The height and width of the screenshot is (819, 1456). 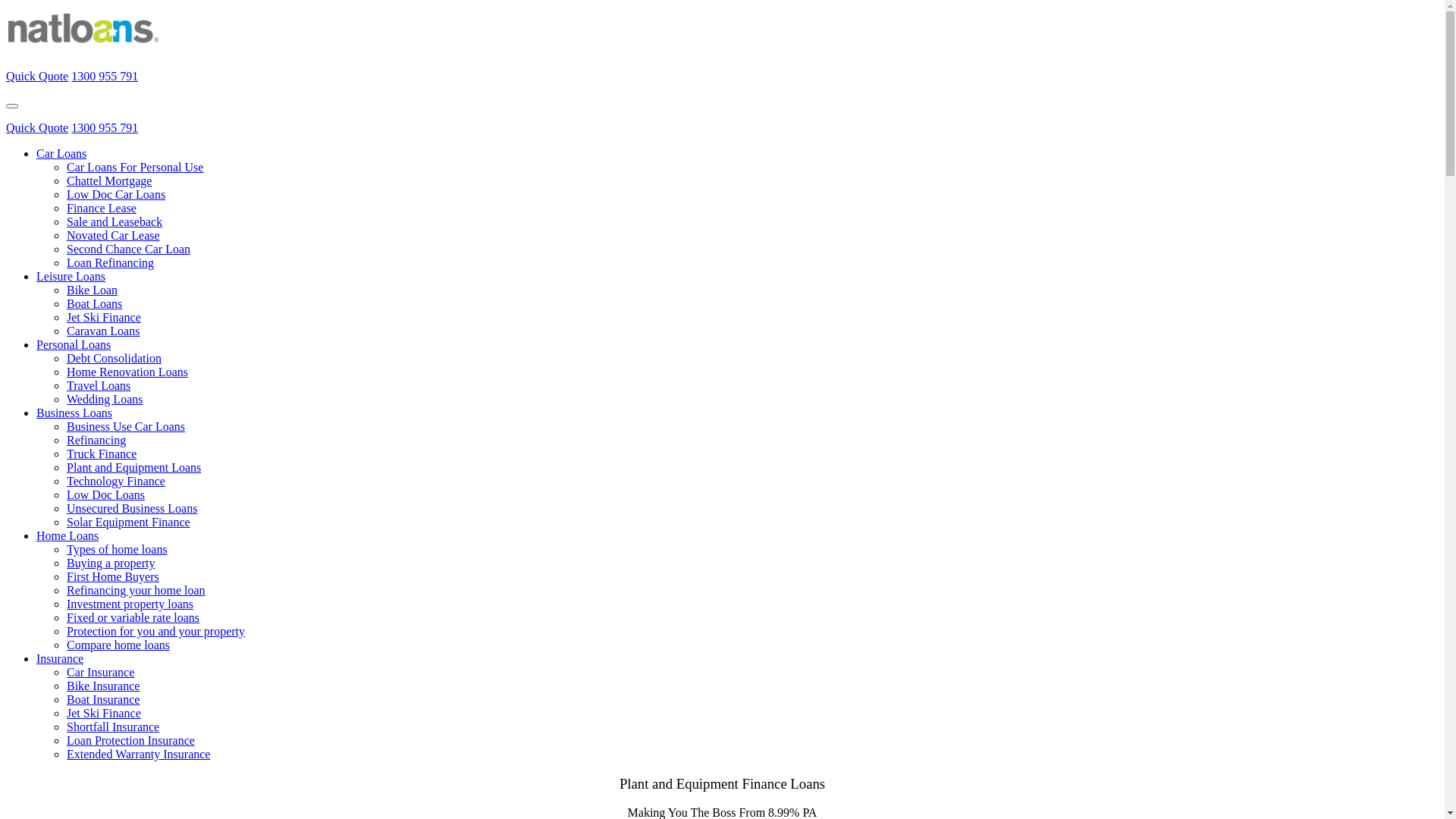 I want to click on 'Truck Finance', so click(x=101, y=453).